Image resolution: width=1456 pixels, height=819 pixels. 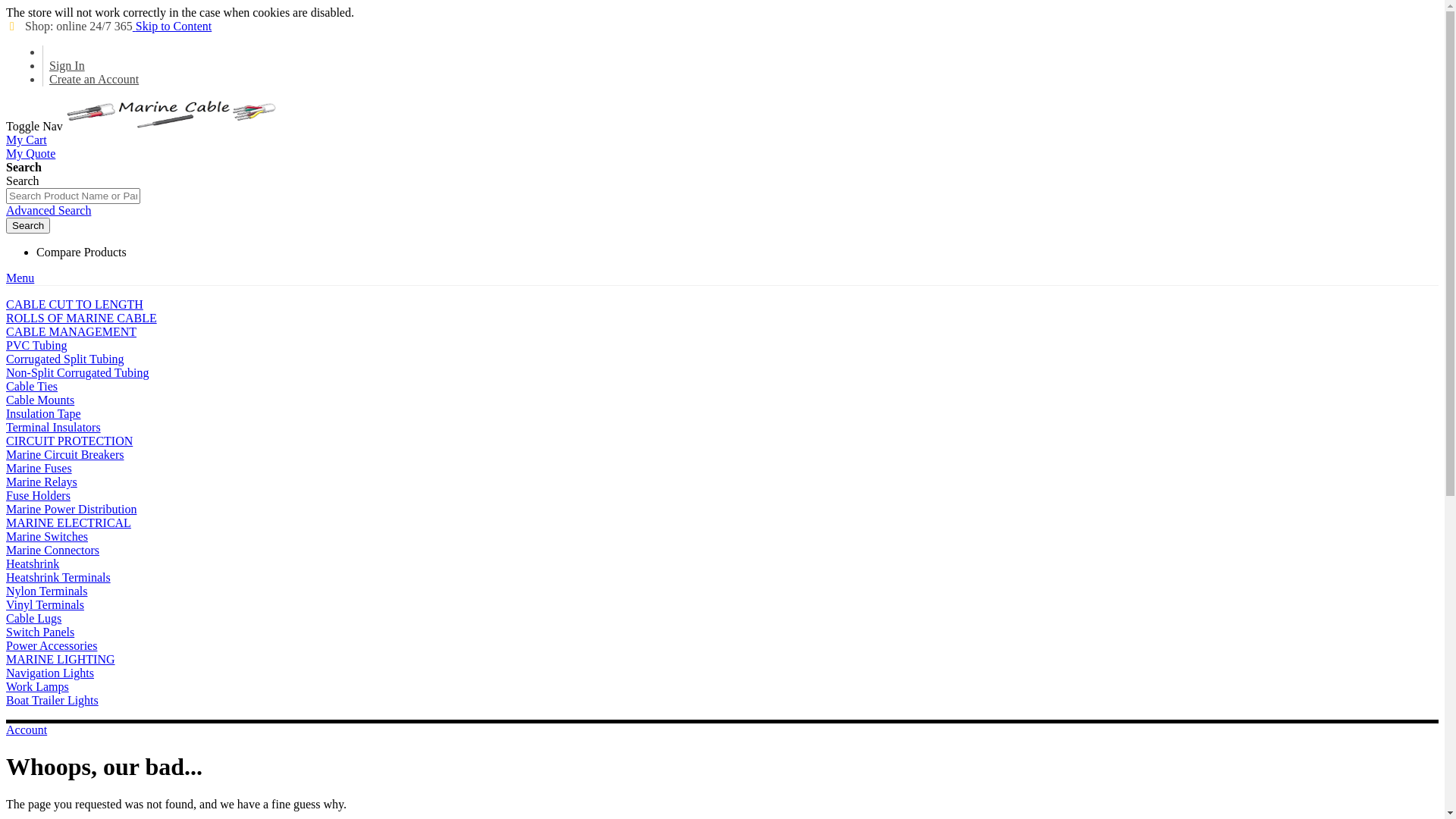 I want to click on 'Cable Lugs', so click(x=33, y=618).